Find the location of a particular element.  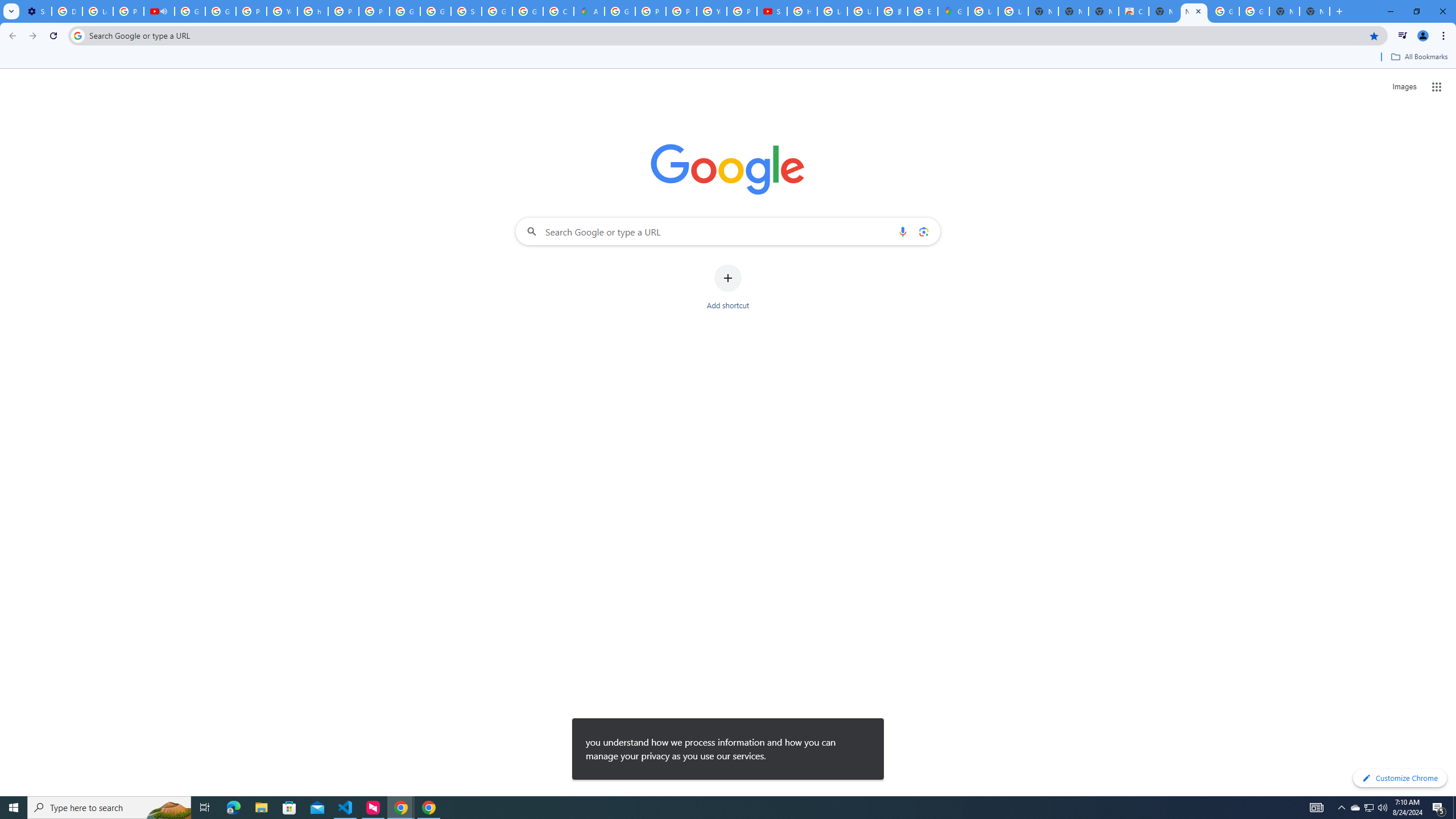

'How Chrome protects your passwords - Google Chrome Help' is located at coordinates (802, 11).